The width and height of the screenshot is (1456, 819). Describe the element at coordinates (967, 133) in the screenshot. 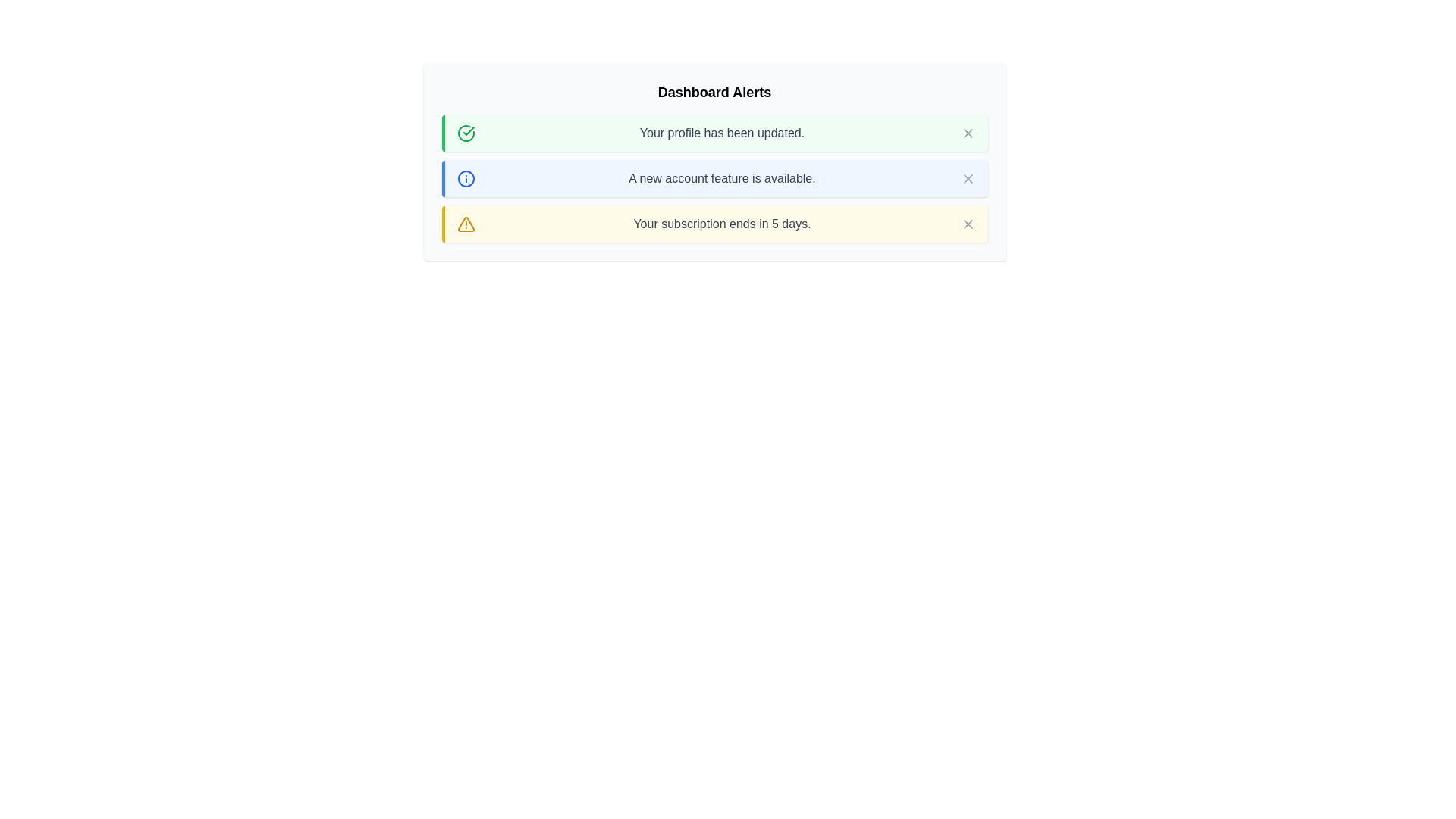

I see `the close or dismiss icon represented by a static 'X' symbol in the top right corner of the notification box with a light green background` at that location.